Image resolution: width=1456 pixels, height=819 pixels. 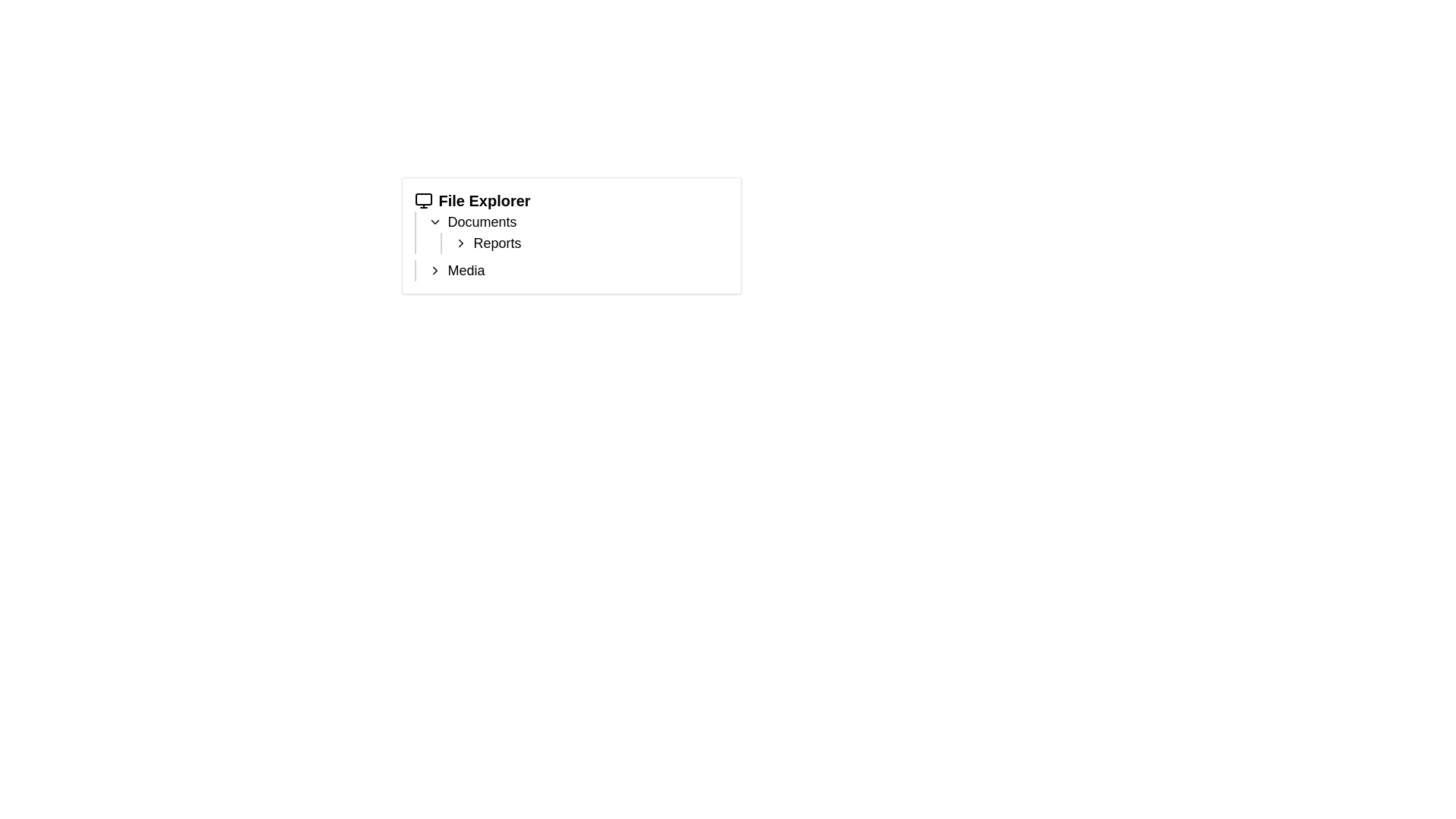 What do you see at coordinates (423, 200) in the screenshot?
I see `the 'File Explorer' icon located to the left of the 'File Explorer' title` at bounding box center [423, 200].